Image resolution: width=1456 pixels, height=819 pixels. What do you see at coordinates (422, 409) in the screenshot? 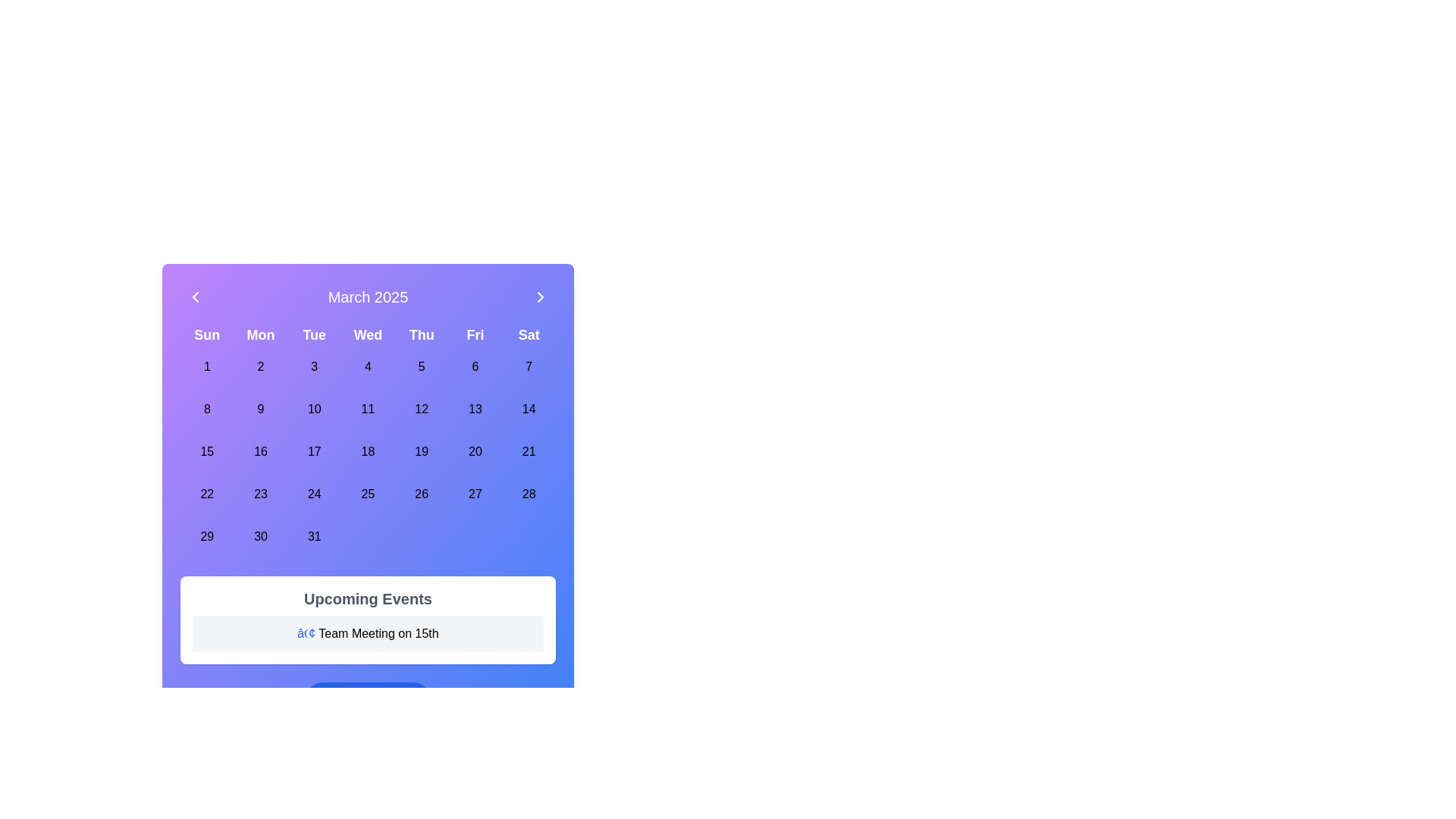
I see `the button representing the date '12'` at bounding box center [422, 409].